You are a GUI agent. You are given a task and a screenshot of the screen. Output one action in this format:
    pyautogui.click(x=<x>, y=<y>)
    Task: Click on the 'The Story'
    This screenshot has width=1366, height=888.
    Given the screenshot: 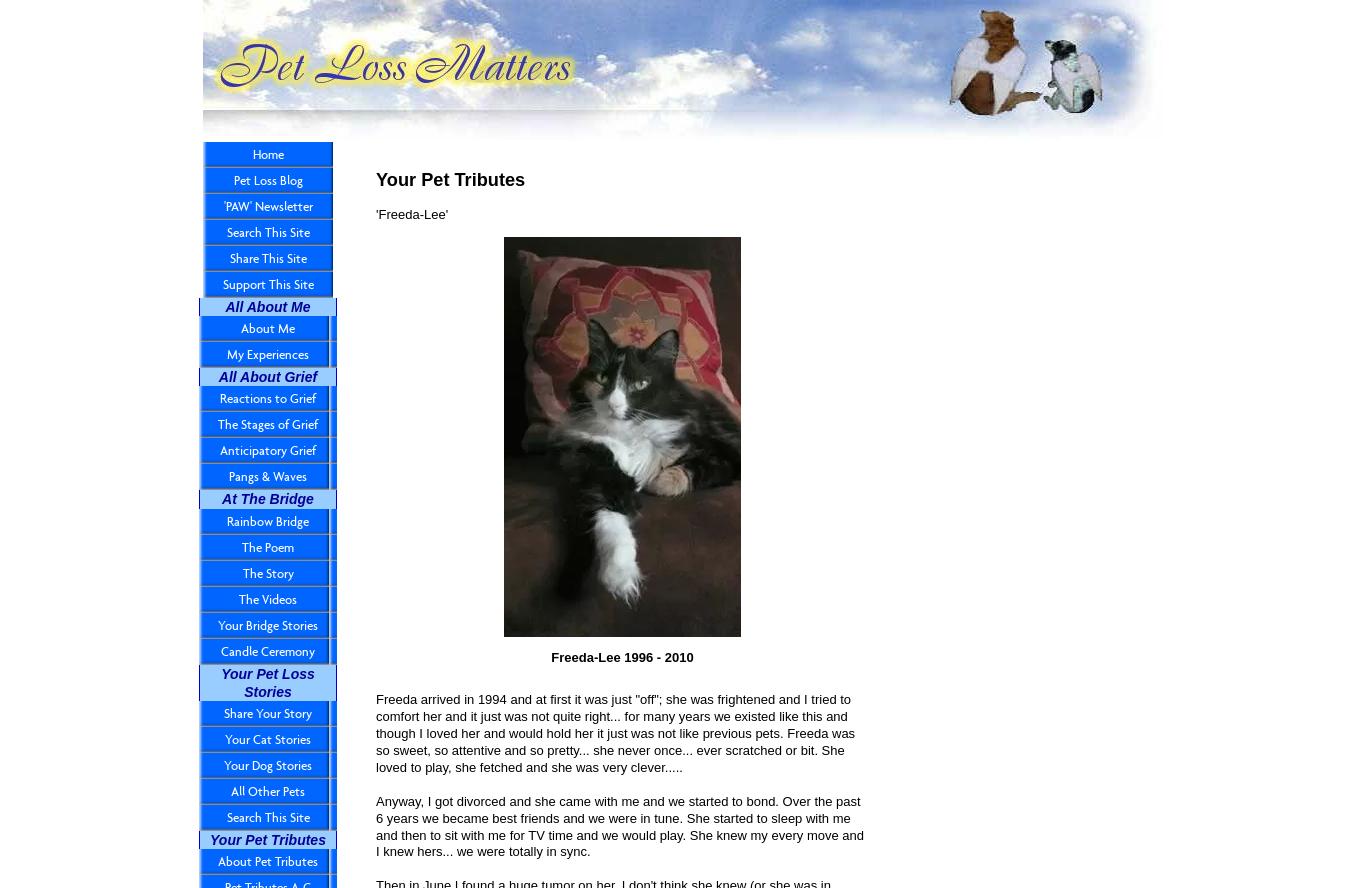 What is the action you would take?
    pyautogui.click(x=267, y=572)
    